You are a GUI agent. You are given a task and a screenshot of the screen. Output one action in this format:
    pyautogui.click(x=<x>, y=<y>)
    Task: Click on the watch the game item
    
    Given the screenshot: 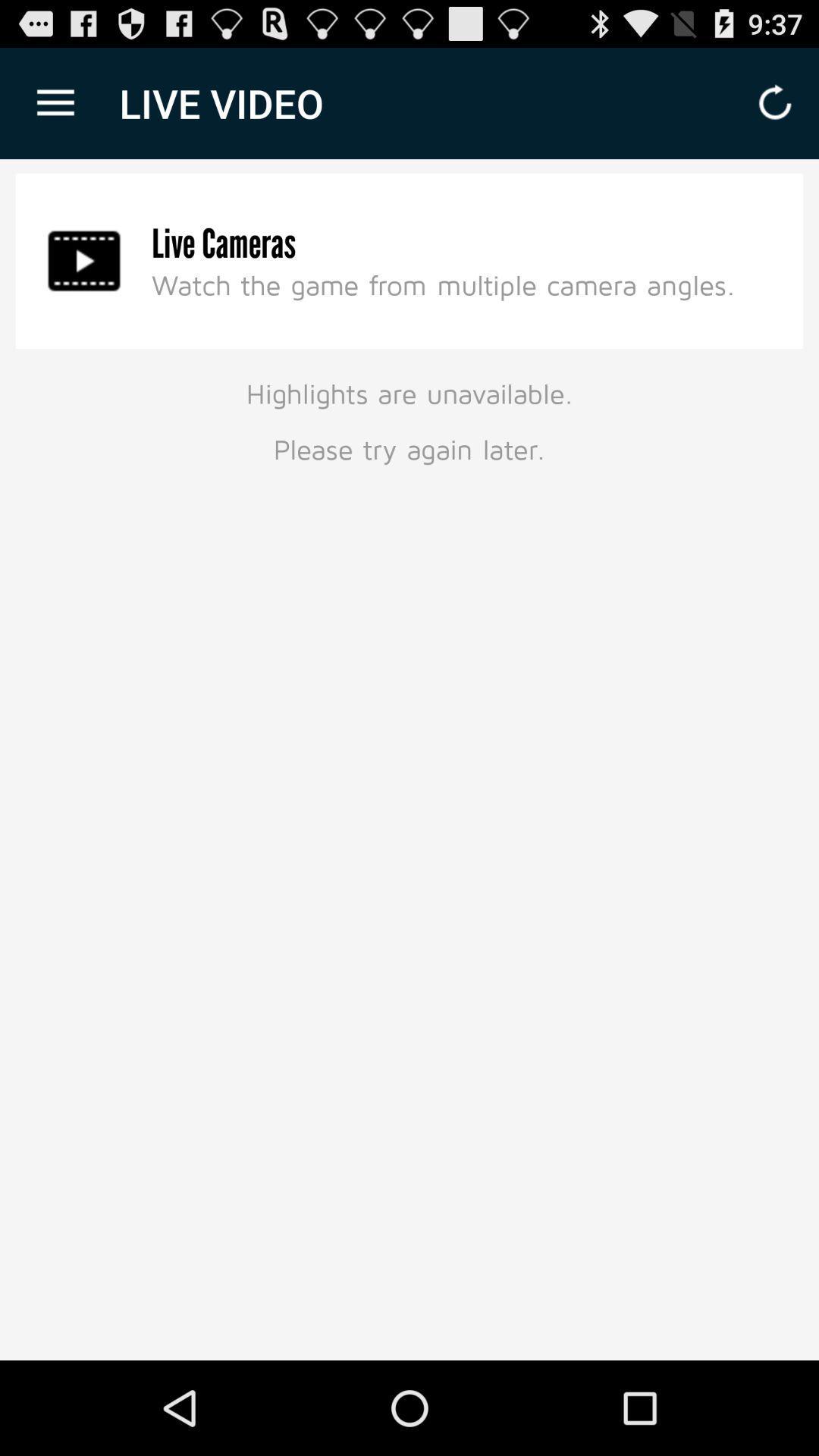 What is the action you would take?
    pyautogui.click(x=444, y=284)
    